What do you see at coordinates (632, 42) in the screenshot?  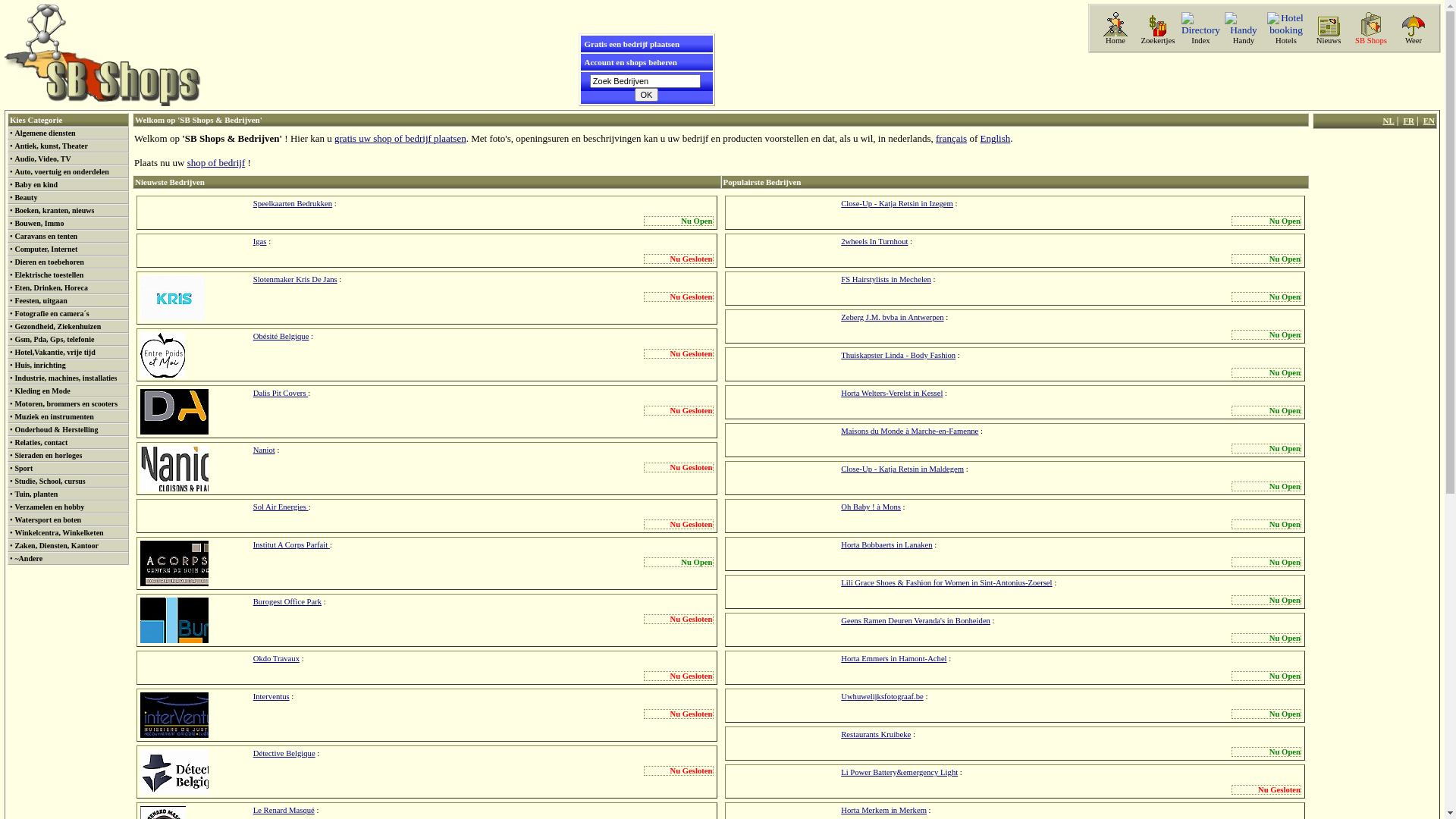 I see `'Gratis een bedrijf plaatsen'` at bounding box center [632, 42].